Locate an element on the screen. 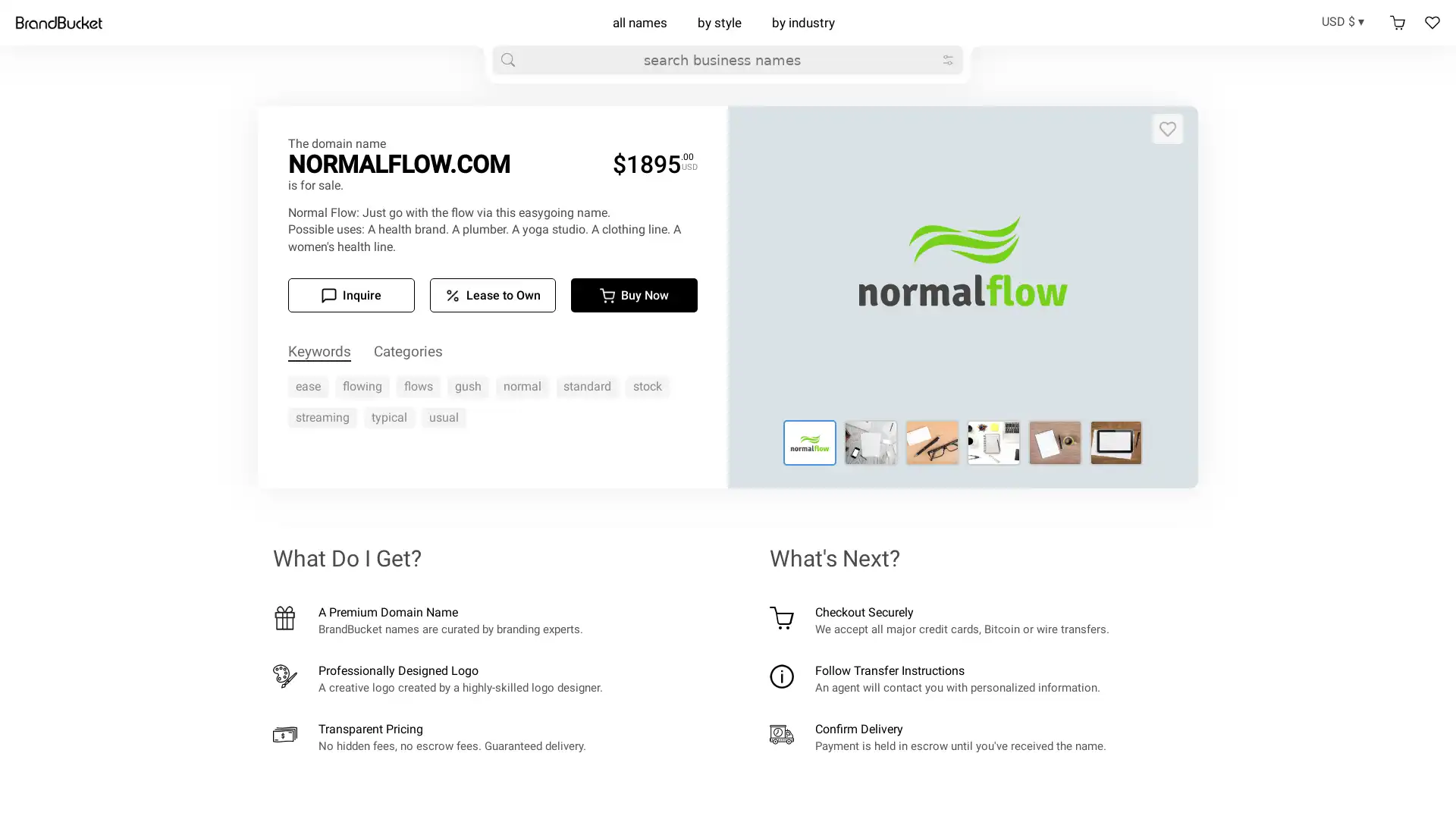  Logo for normalflow.com is located at coordinates (993, 442).